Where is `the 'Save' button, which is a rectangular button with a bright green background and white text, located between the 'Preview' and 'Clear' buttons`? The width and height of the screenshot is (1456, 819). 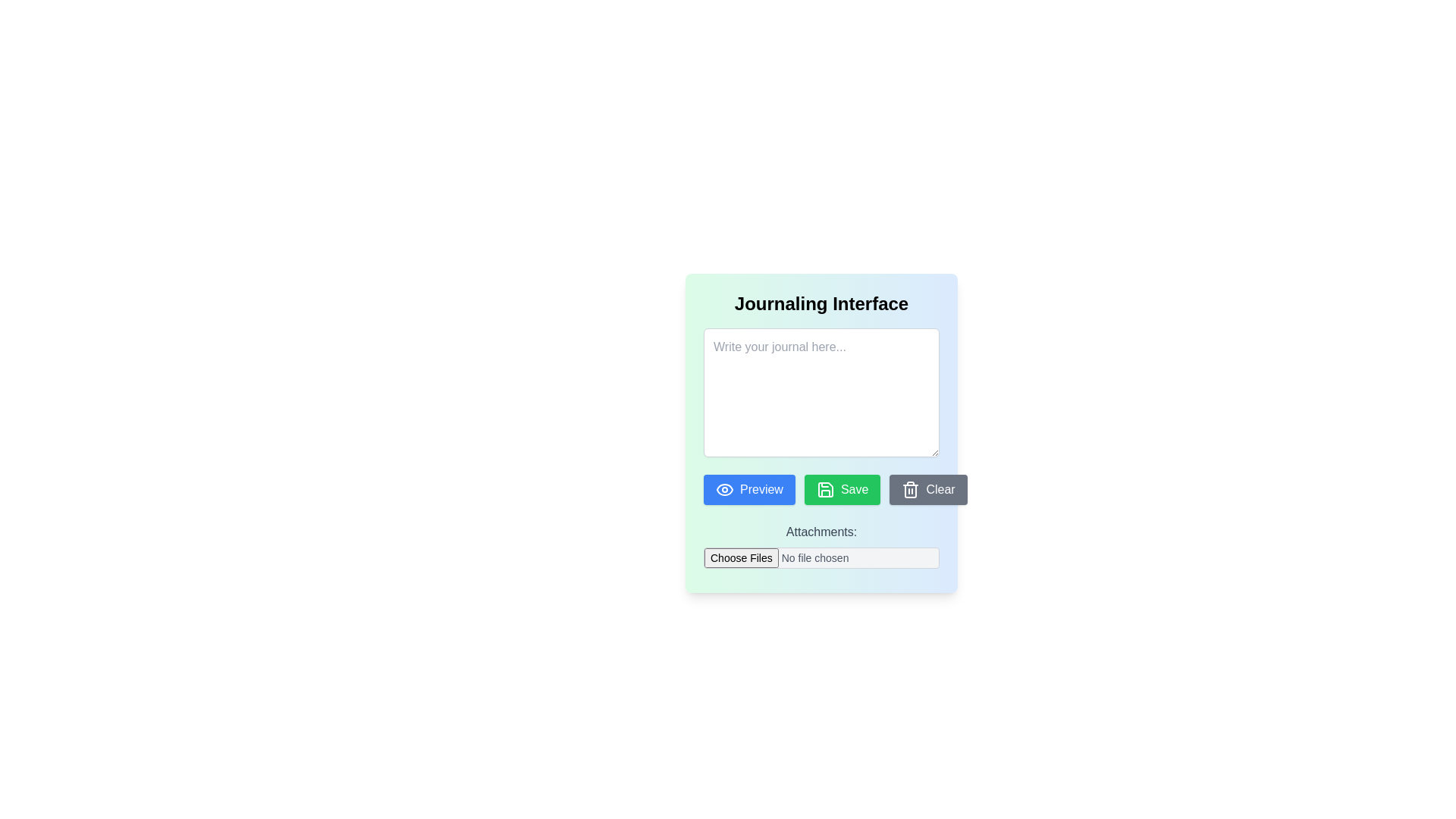 the 'Save' button, which is a rectangular button with a bright green background and white text, located between the 'Preview' and 'Clear' buttons is located at coordinates (842, 489).